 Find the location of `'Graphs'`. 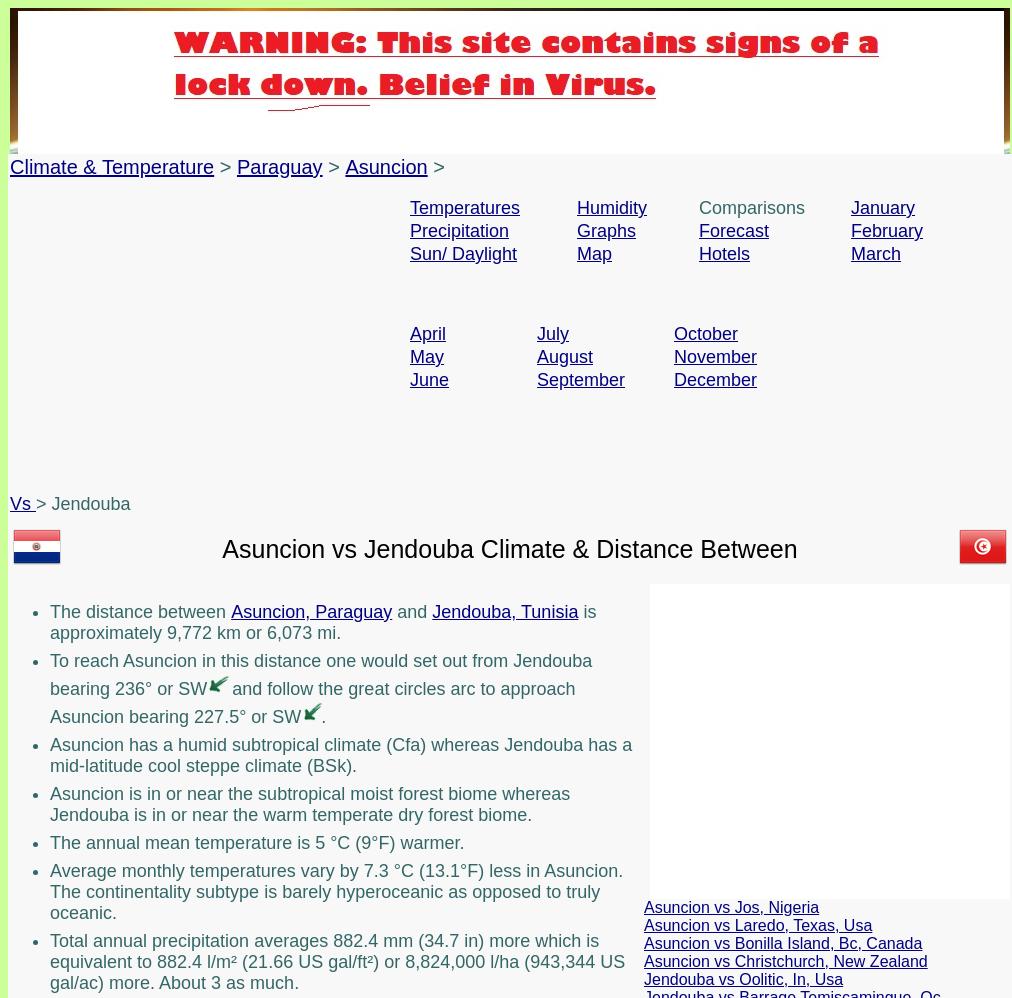

'Graphs' is located at coordinates (605, 231).